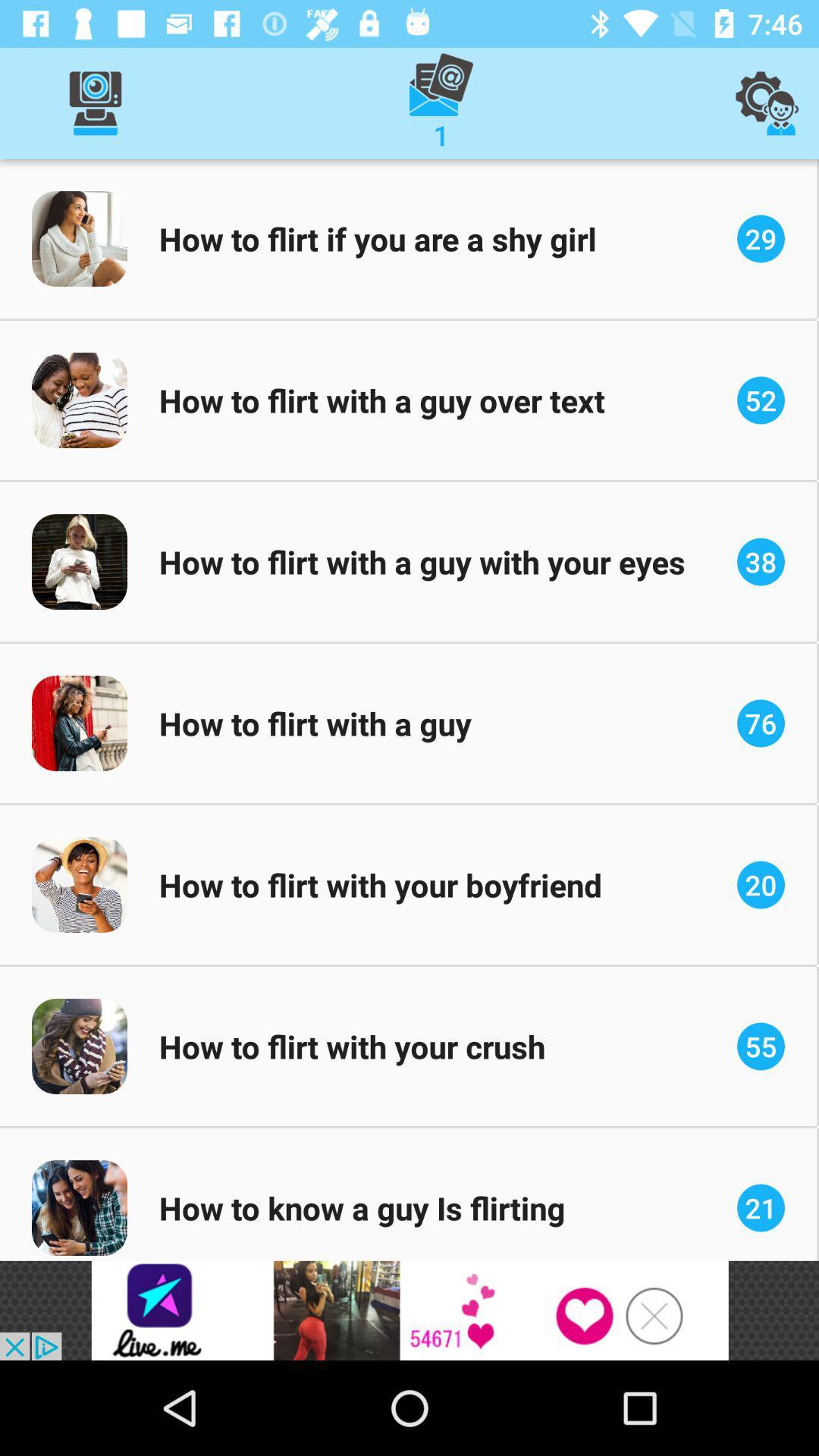 The image size is (819, 1456). Describe the element at coordinates (79, 238) in the screenshot. I see `the first image which is on the left` at that location.